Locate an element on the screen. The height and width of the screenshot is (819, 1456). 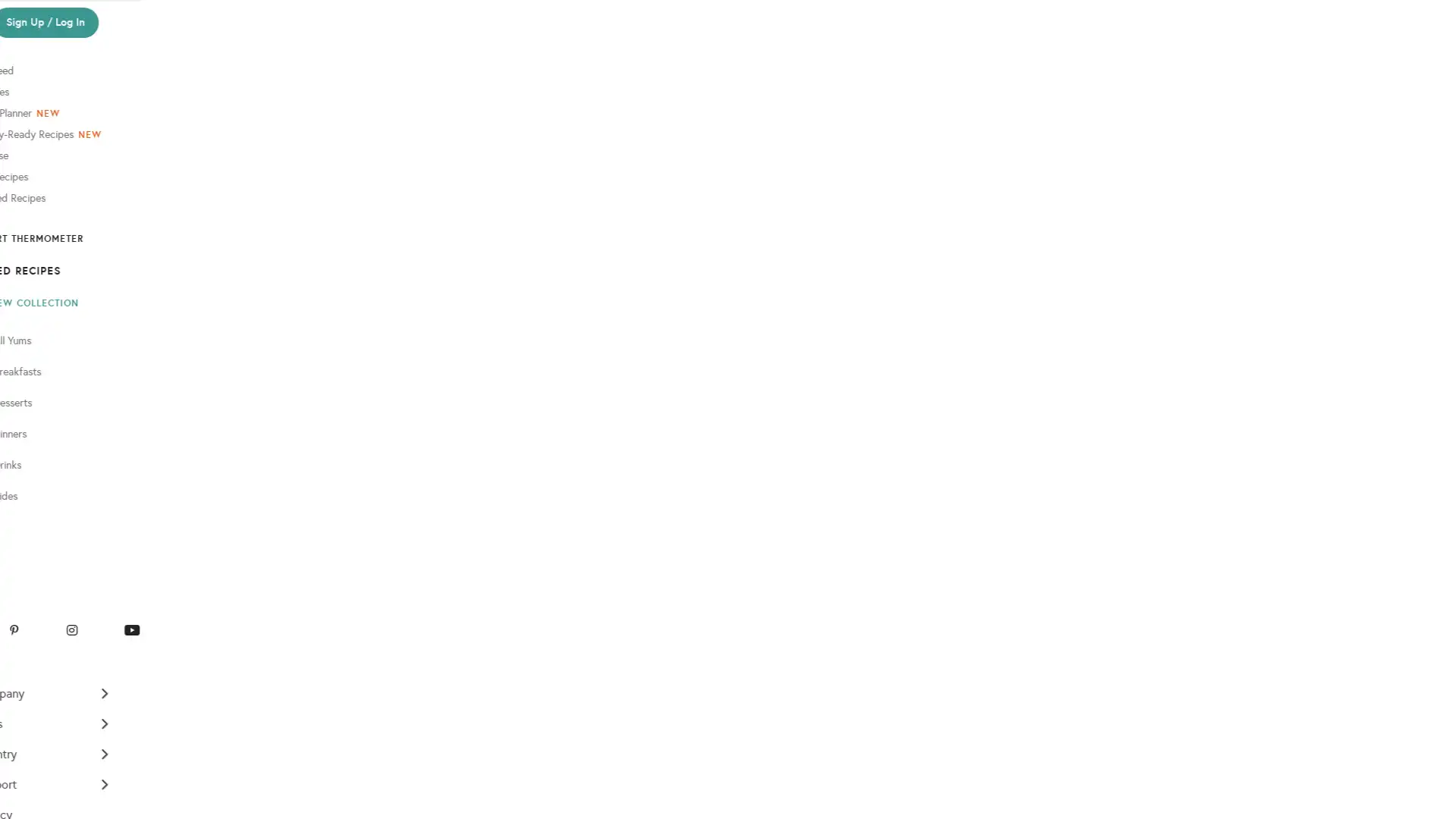
Open Additional Navigation Options is located at coordinates (80, 745).